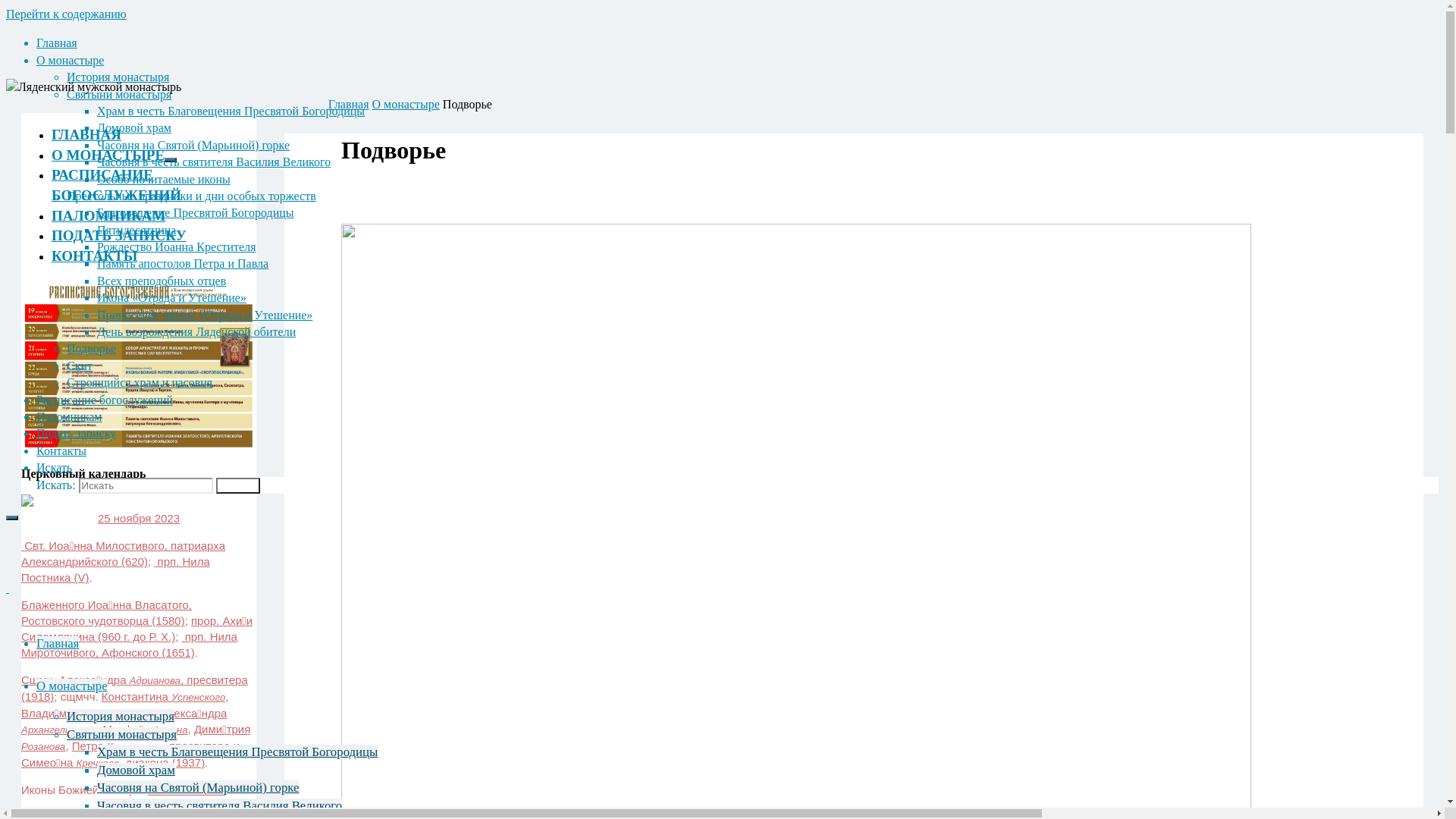 The height and width of the screenshot is (819, 1456). Describe the element at coordinates (6, 587) in the screenshot. I see `' '` at that location.